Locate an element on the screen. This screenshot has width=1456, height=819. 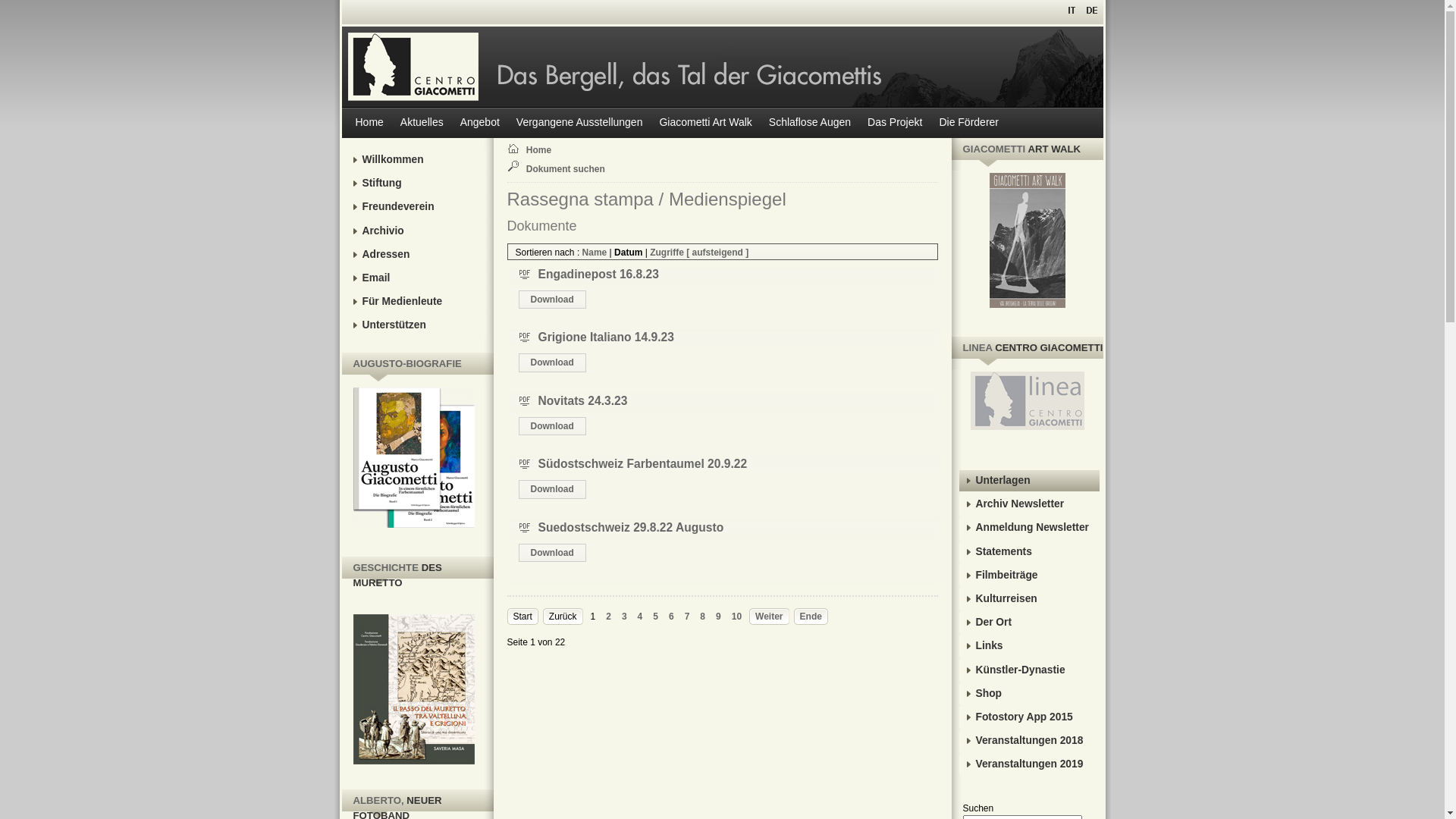
'3' is located at coordinates (624, 617).